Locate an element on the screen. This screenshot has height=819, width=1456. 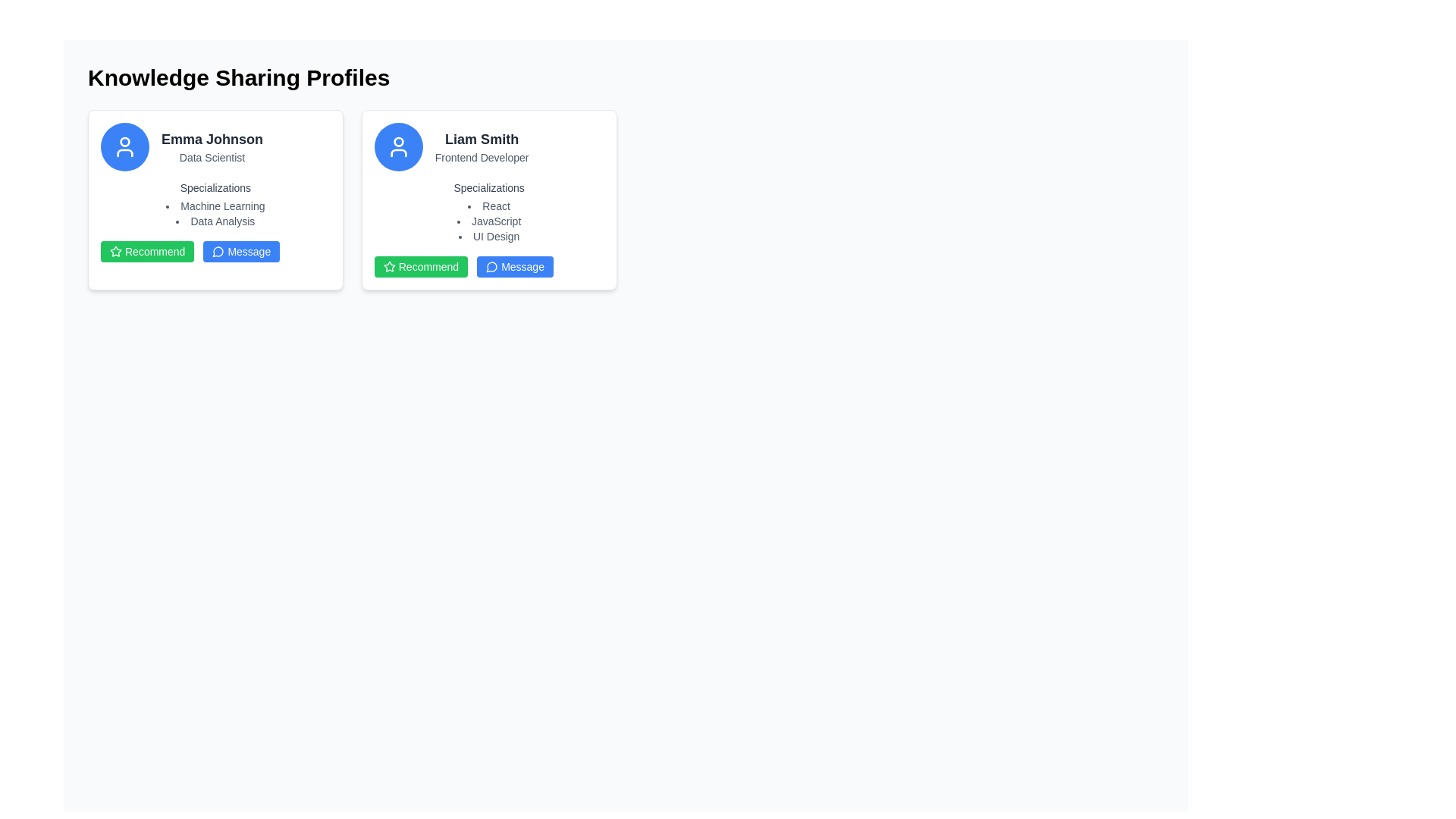
prominent, bold text element labeled 'Knowledge Sharing Profiles' located at the top-left section of the interface is located at coordinates (238, 78).